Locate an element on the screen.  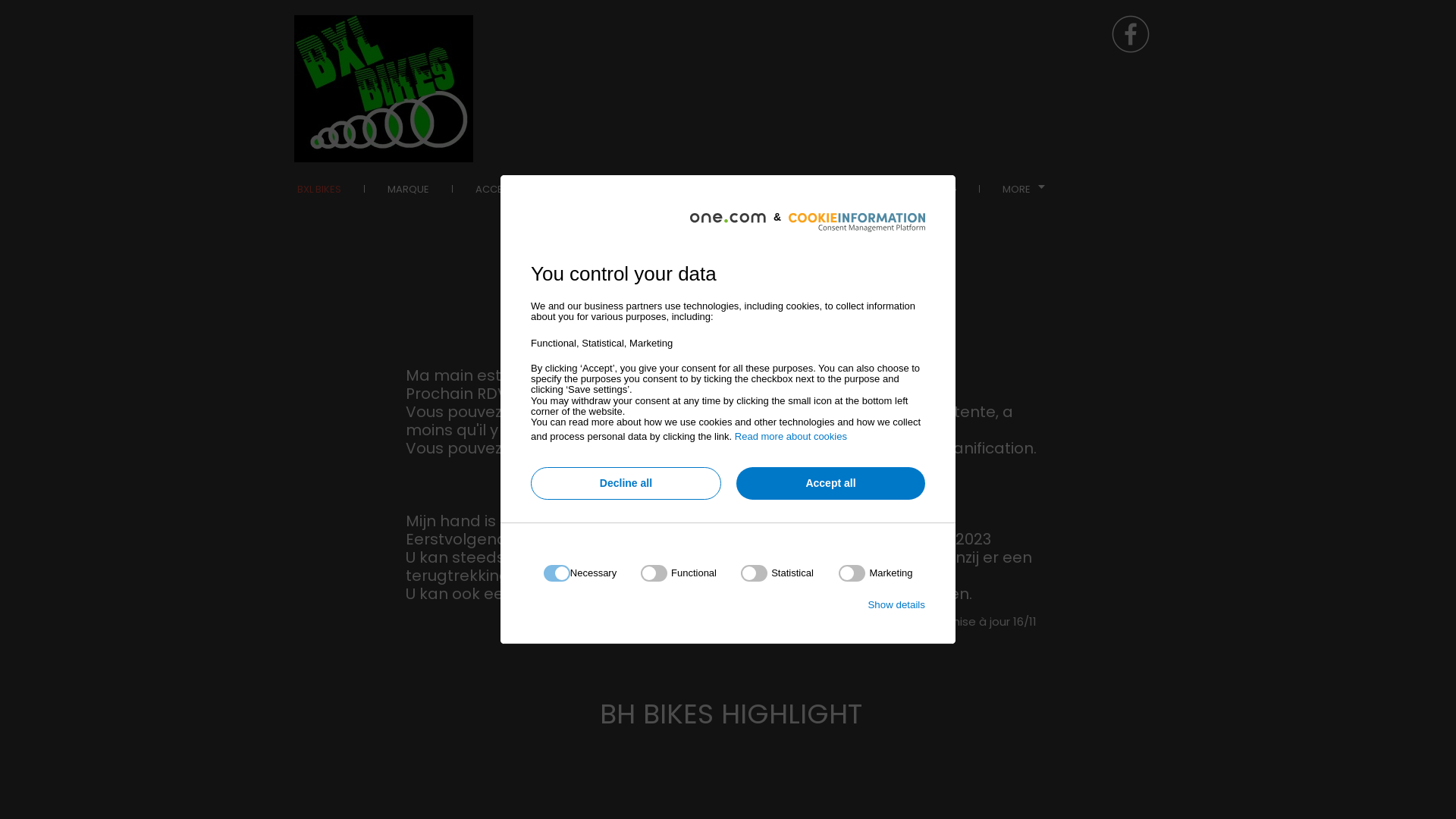
'Show details' is located at coordinates (896, 604).